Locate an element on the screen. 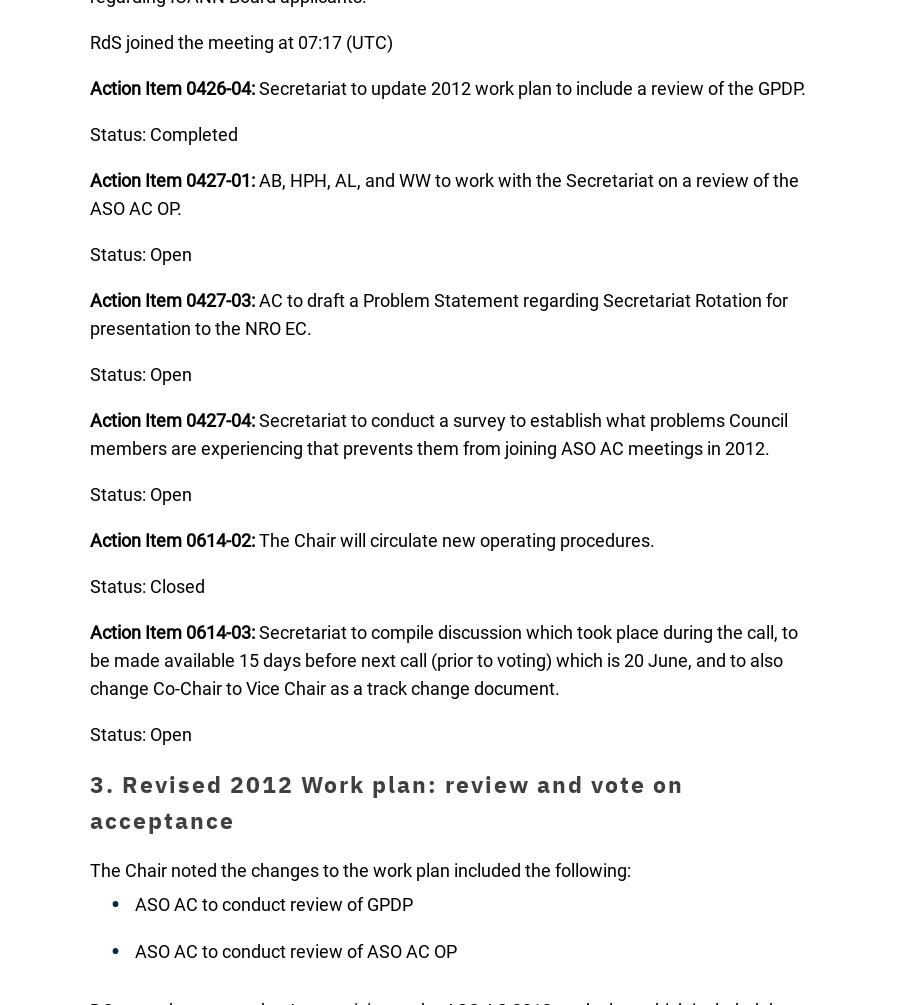  'Action Item 0427-03:' is located at coordinates (171, 299).